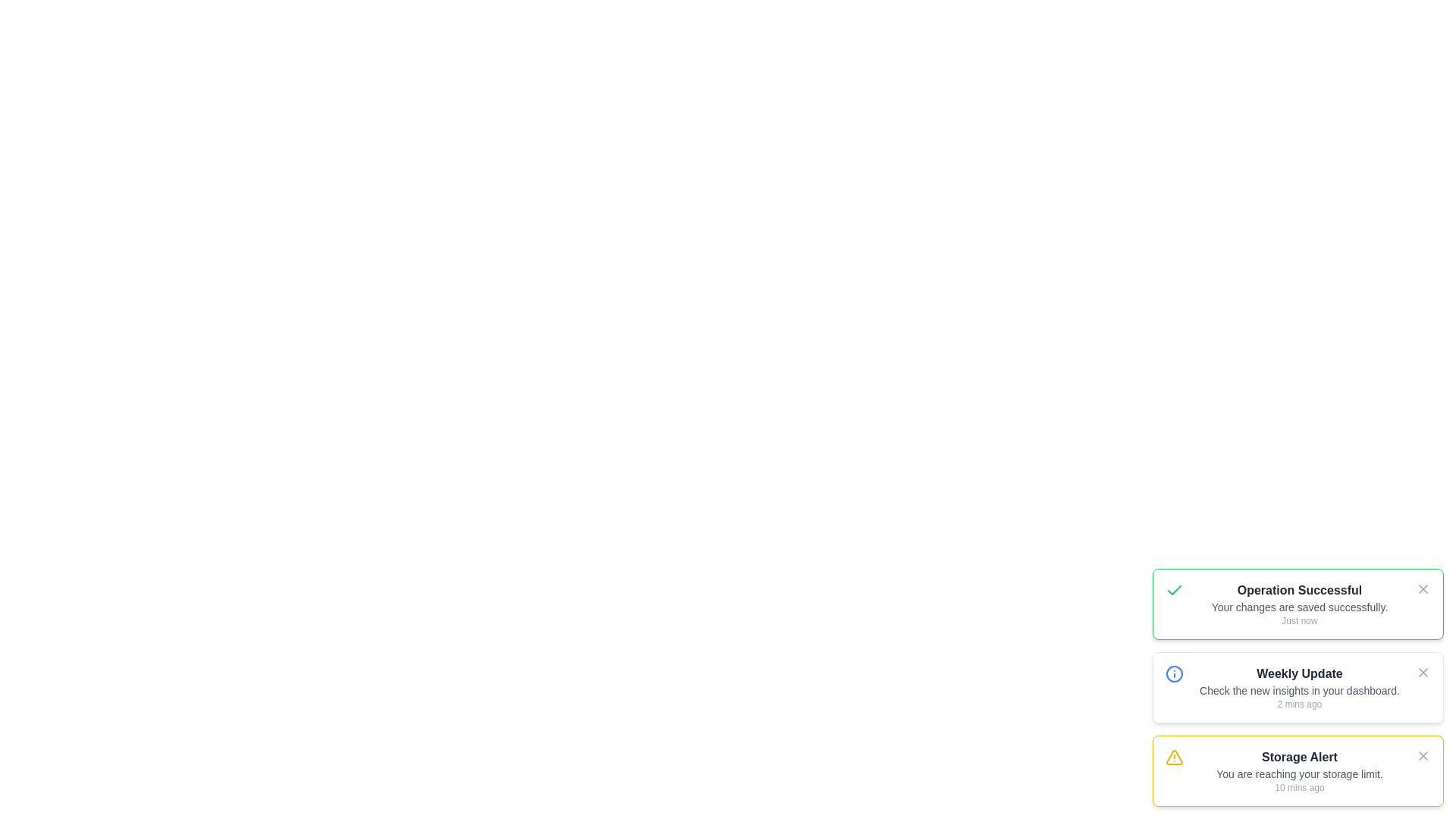  Describe the element at coordinates (1174, 590) in the screenshot. I see `the green checkmark icon located in the notification card titled 'Operation Successful' at the top of the notification stack in the bottom-right corner of the interface` at that location.